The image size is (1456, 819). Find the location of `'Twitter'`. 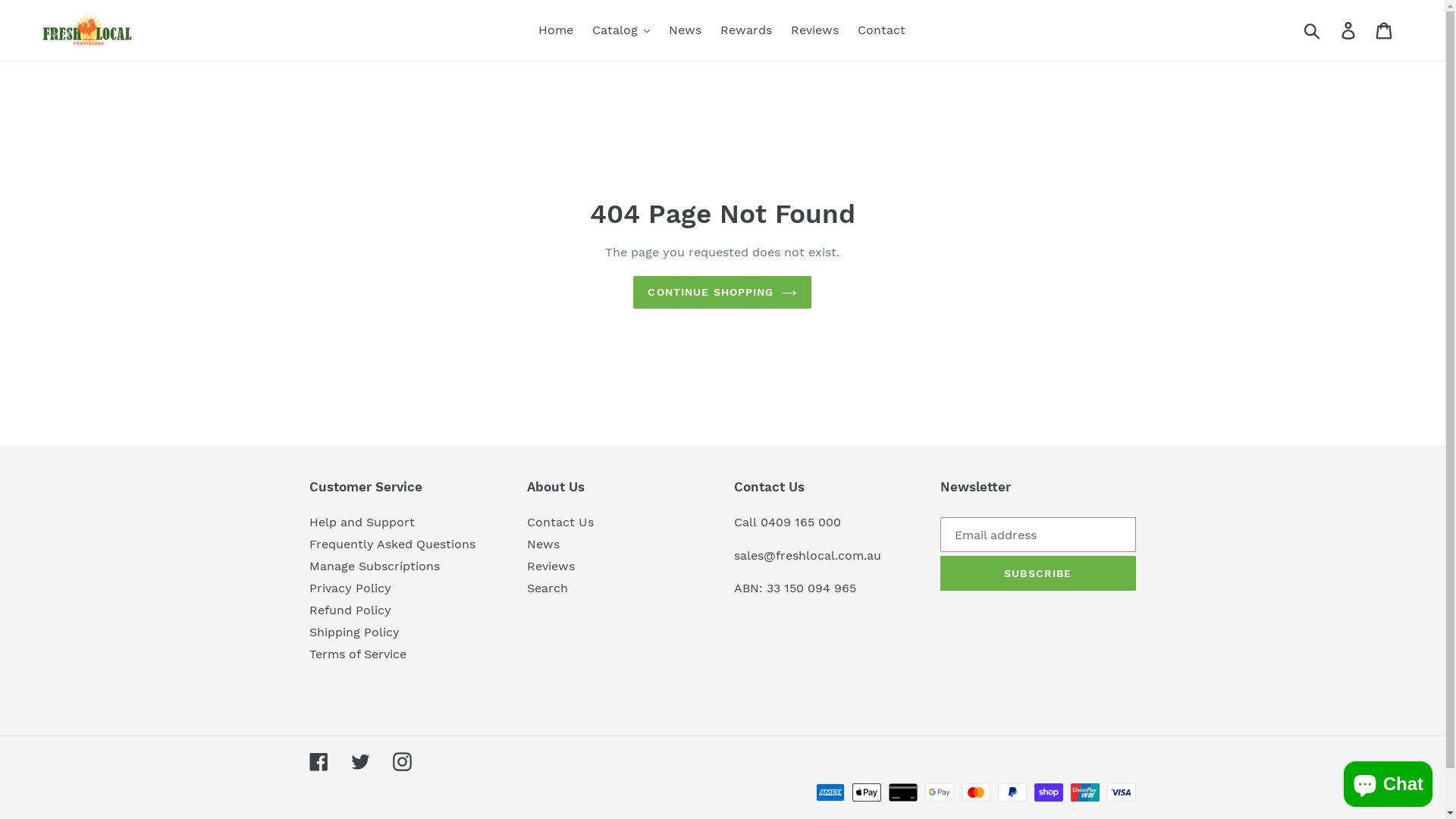

'Twitter' is located at coordinates (359, 762).